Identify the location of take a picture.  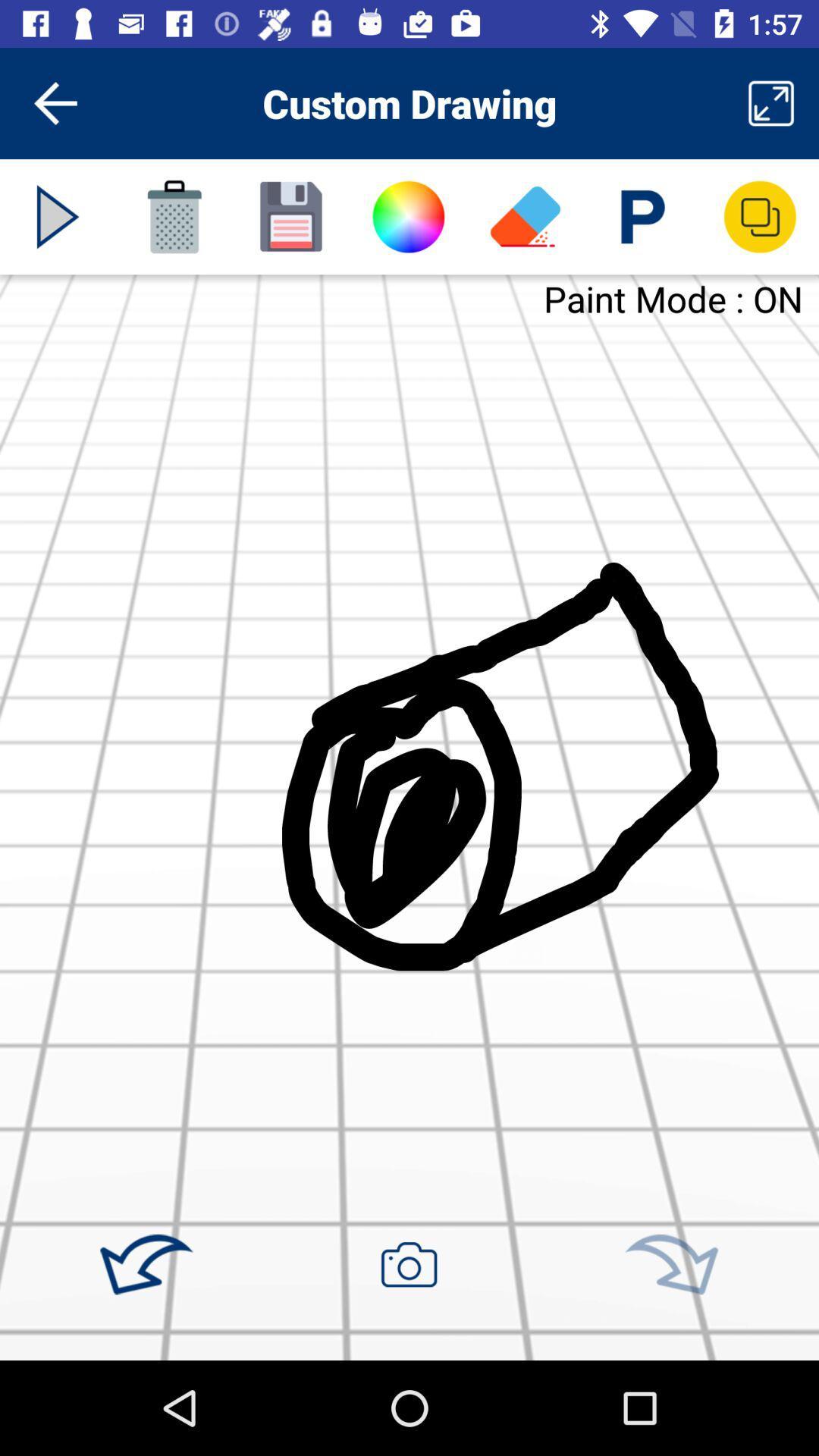
(408, 1264).